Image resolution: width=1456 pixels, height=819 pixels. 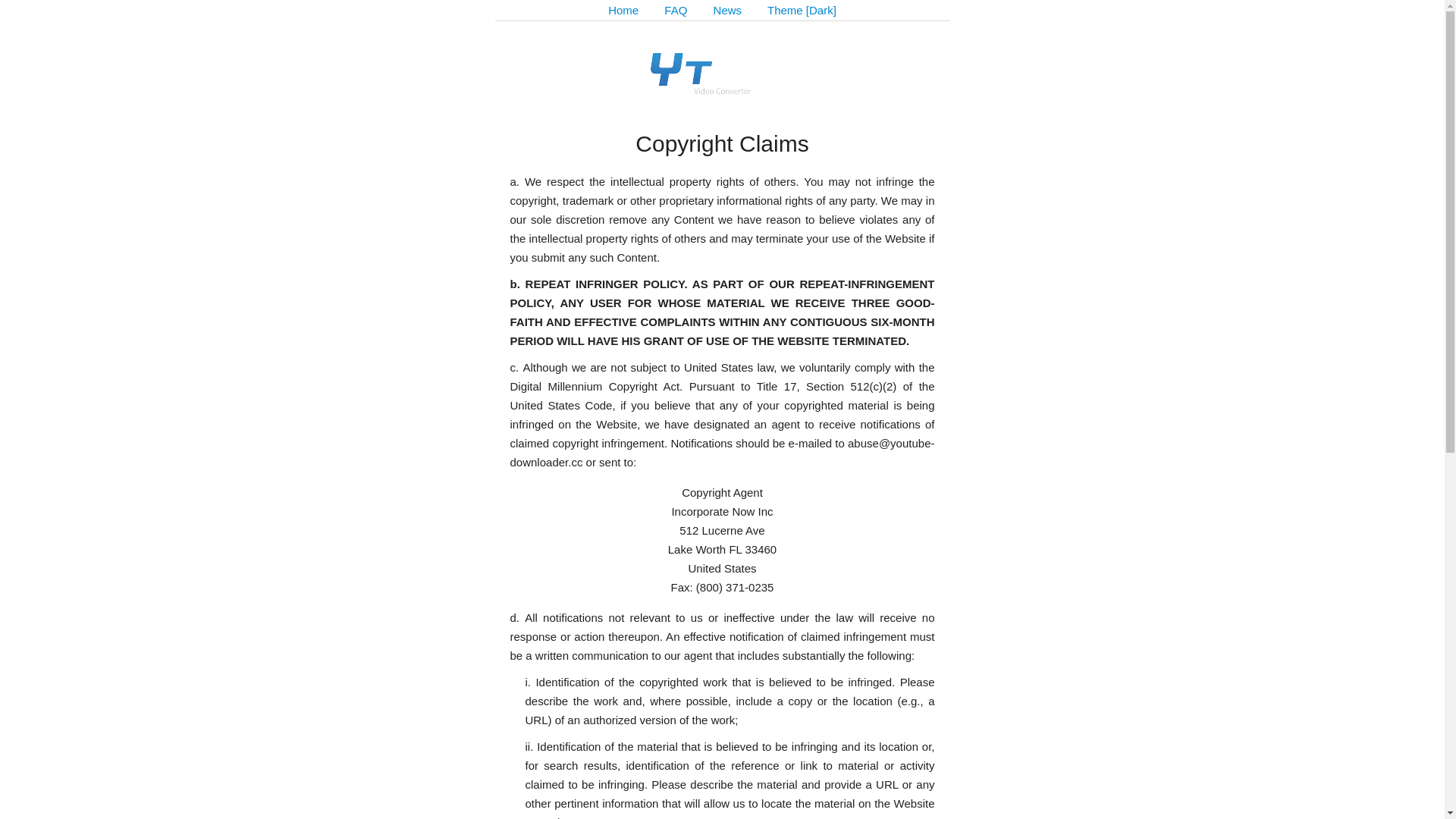 What do you see at coordinates (623, 10) in the screenshot?
I see `'Home'` at bounding box center [623, 10].